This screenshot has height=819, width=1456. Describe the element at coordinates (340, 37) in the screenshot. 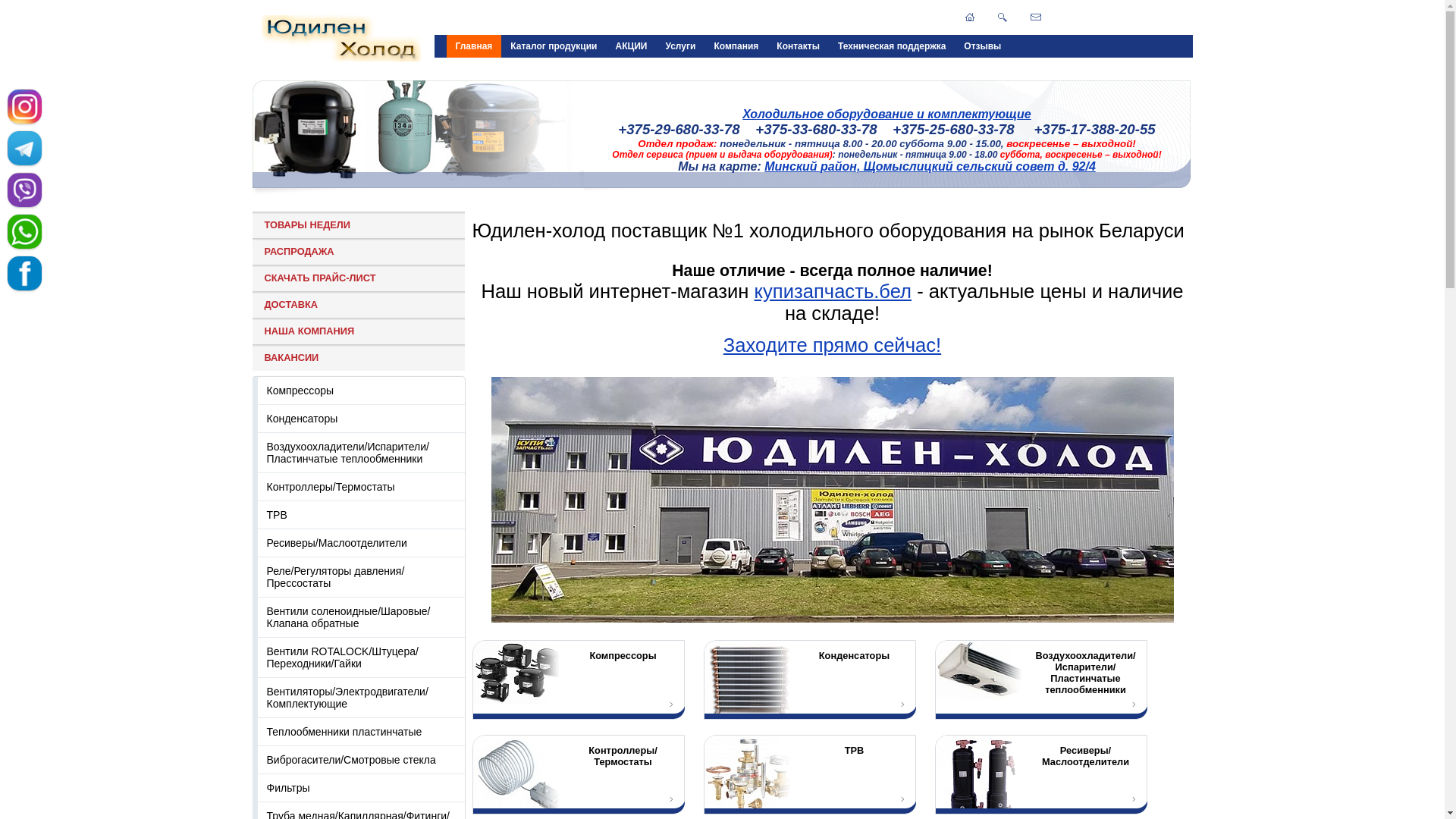

I see `'logo1.gif'` at that location.